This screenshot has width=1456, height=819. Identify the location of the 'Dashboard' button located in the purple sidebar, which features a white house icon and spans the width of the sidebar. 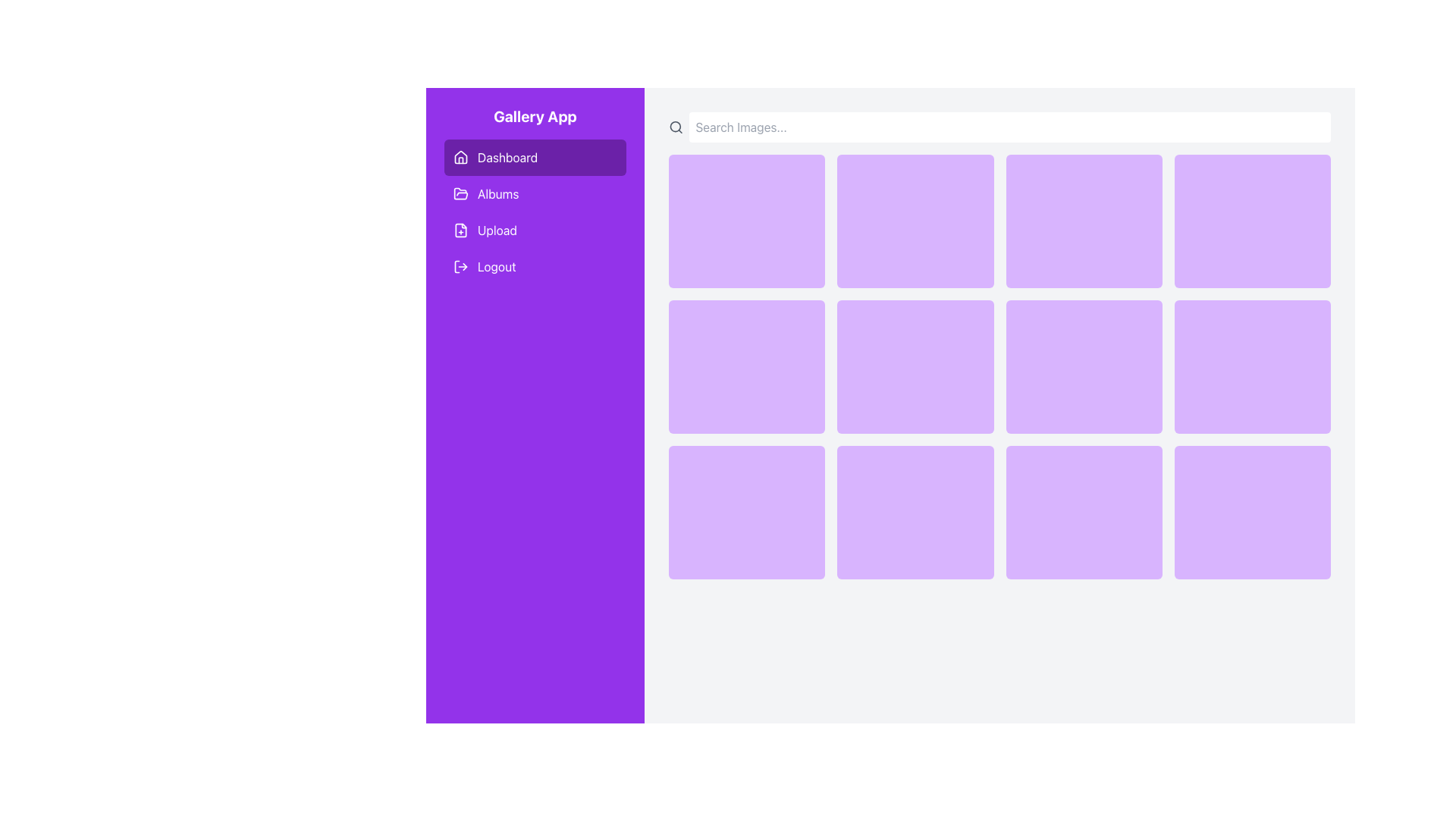
(535, 158).